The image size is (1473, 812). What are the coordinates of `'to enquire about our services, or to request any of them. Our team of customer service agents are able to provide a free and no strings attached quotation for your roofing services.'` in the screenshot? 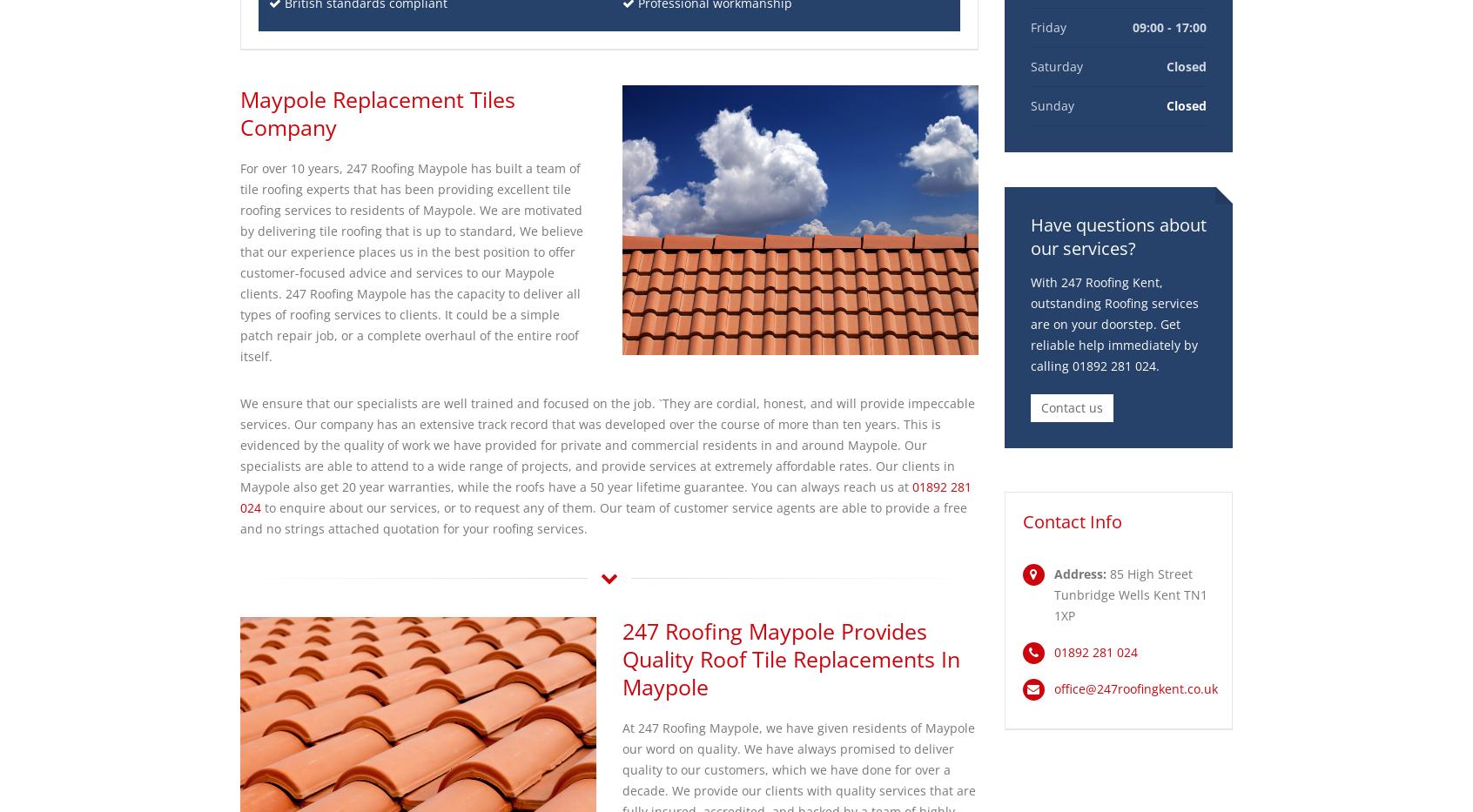 It's located at (603, 518).